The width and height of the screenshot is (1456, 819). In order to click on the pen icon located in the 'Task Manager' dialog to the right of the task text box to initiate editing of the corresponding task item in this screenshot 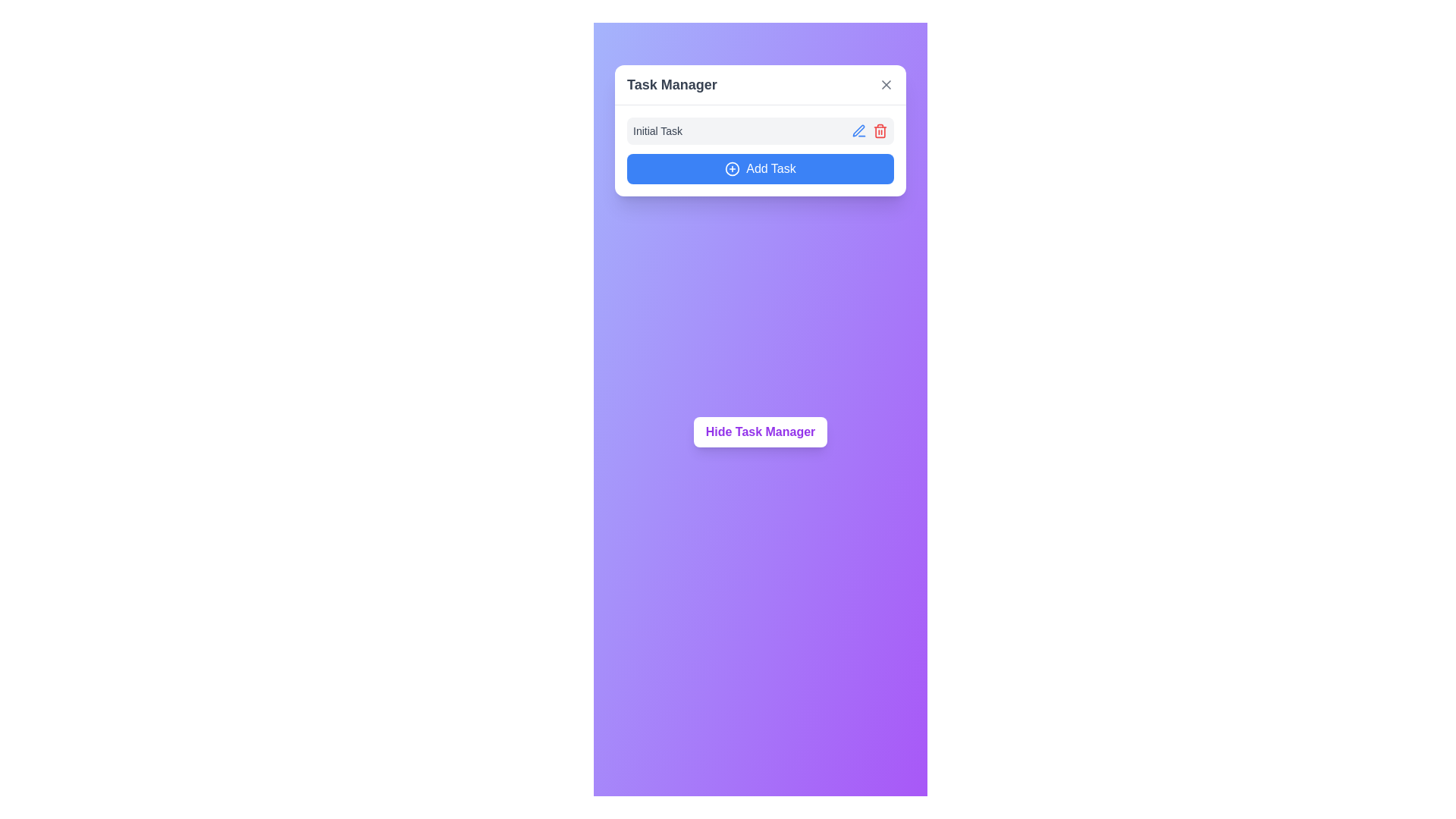, I will do `click(858, 130)`.